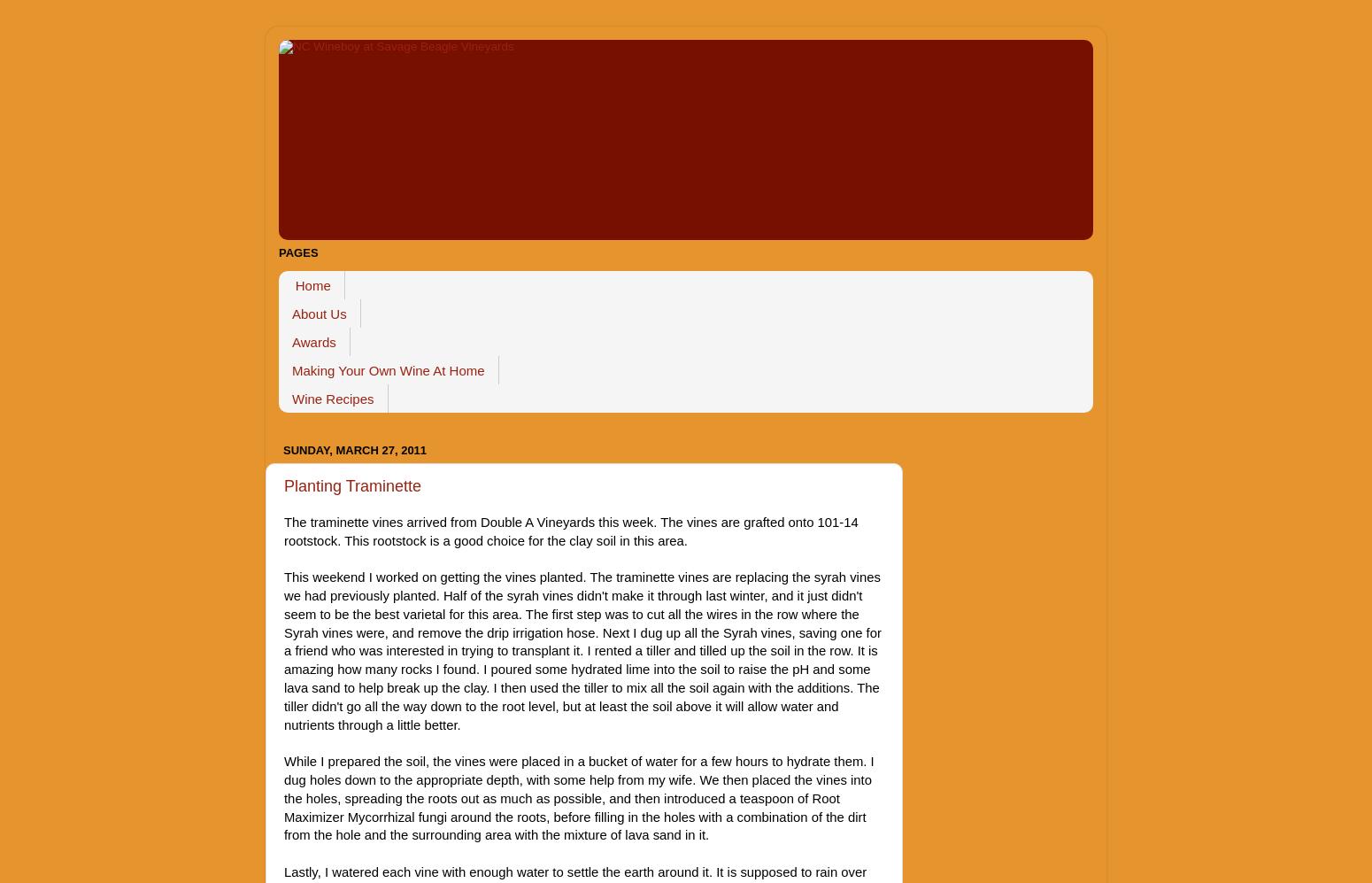 This screenshot has height=883, width=1372. Describe the element at coordinates (312, 341) in the screenshot. I see `'Awards'` at that location.